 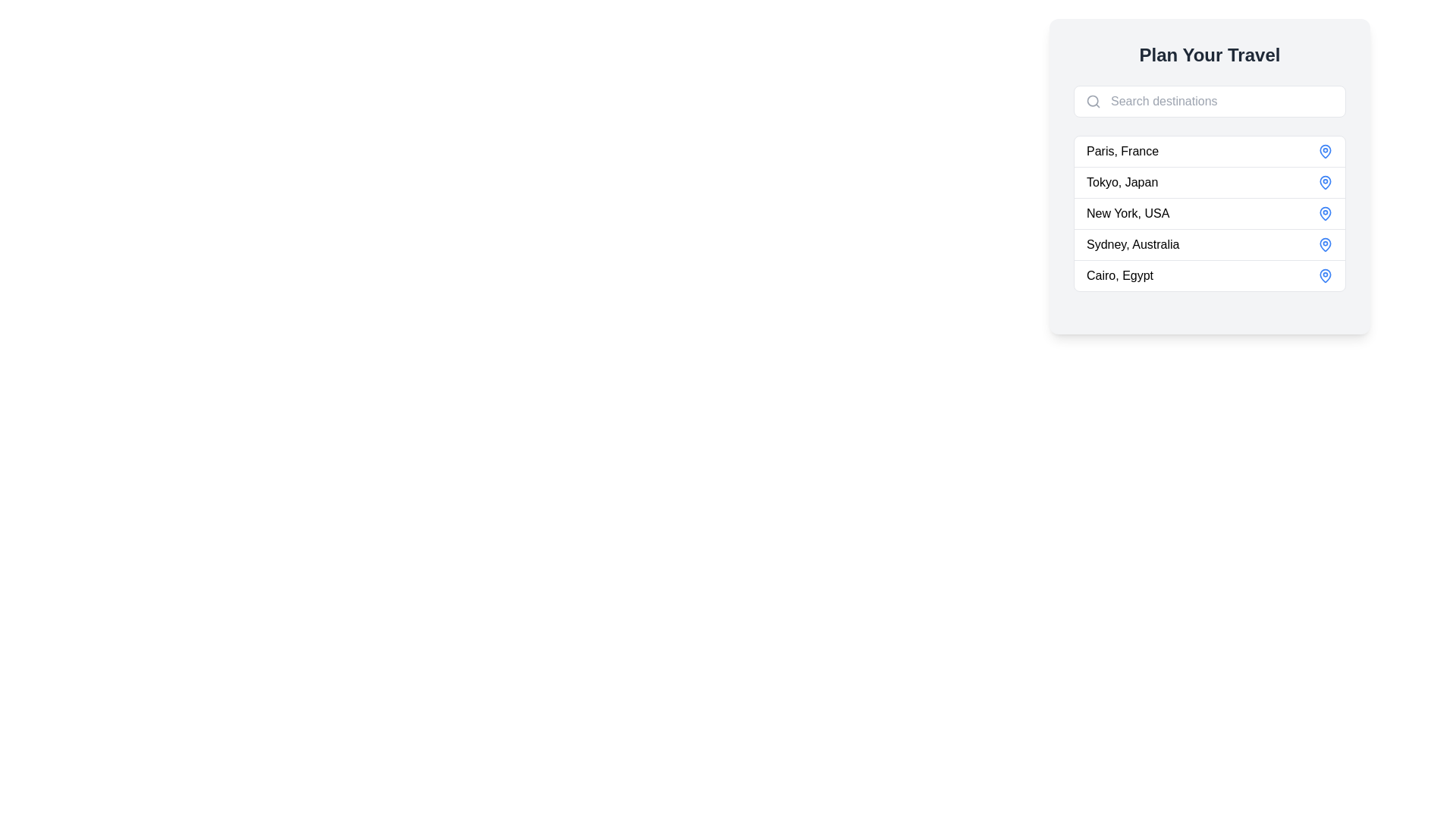 I want to click on the icon located to the right of the text 'Sydney, Australia', so click(x=1324, y=244).